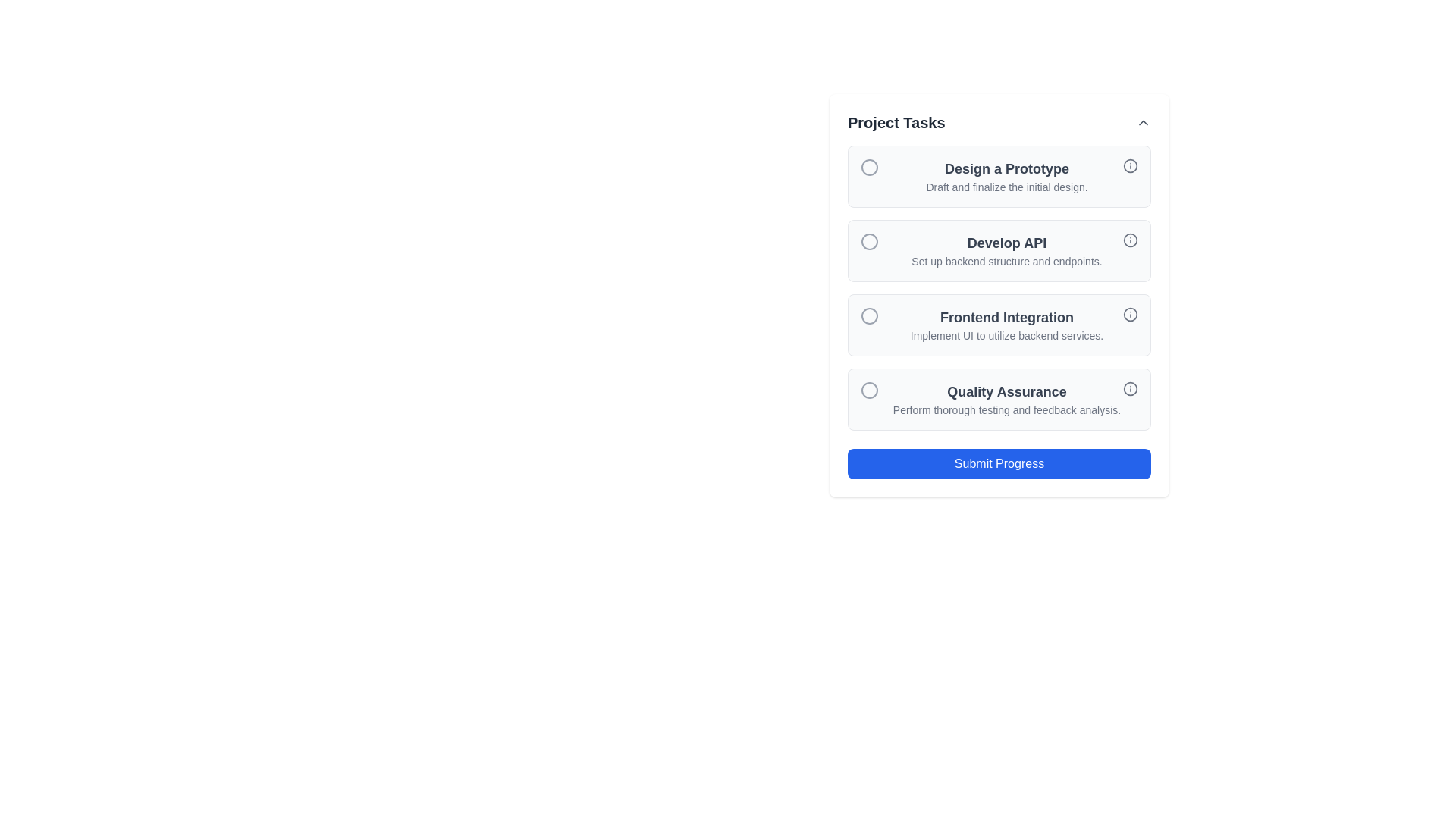 The image size is (1456, 819). Describe the element at coordinates (999, 295) in the screenshot. I see `the checkbox of the 'Frontend Integration' task item located in the third position under the 'Project Tasks' title` at that location.